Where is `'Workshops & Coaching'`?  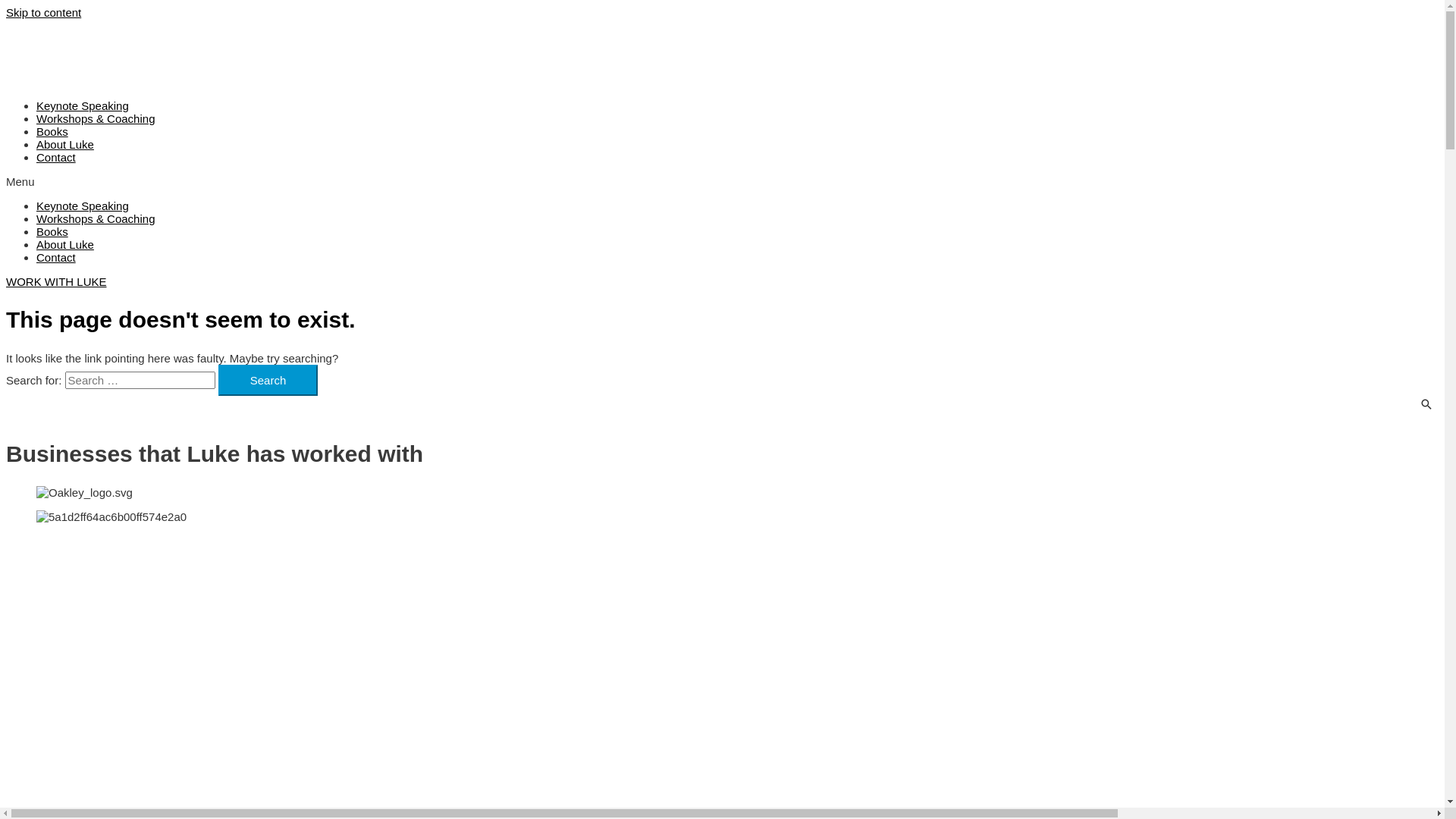
'Workshops & Coaching' is located at coordinates (94, 118).